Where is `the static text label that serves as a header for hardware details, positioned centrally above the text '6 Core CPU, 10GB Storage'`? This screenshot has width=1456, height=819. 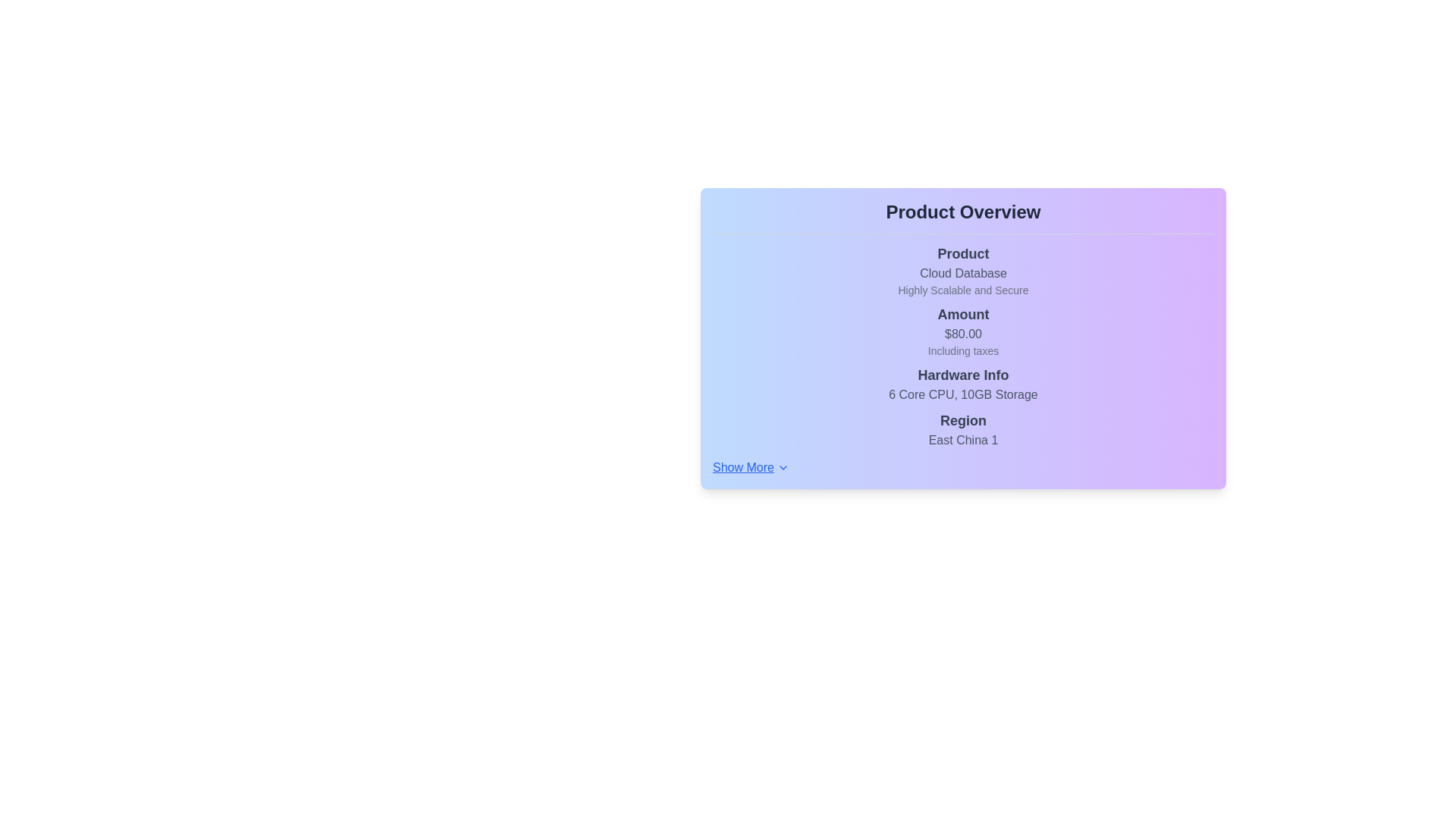 the static text label that serves as a header for hardware details, positioned centrally above the text '6 Core CPU, 10GB Storage' is located at coordinates (962, 375).